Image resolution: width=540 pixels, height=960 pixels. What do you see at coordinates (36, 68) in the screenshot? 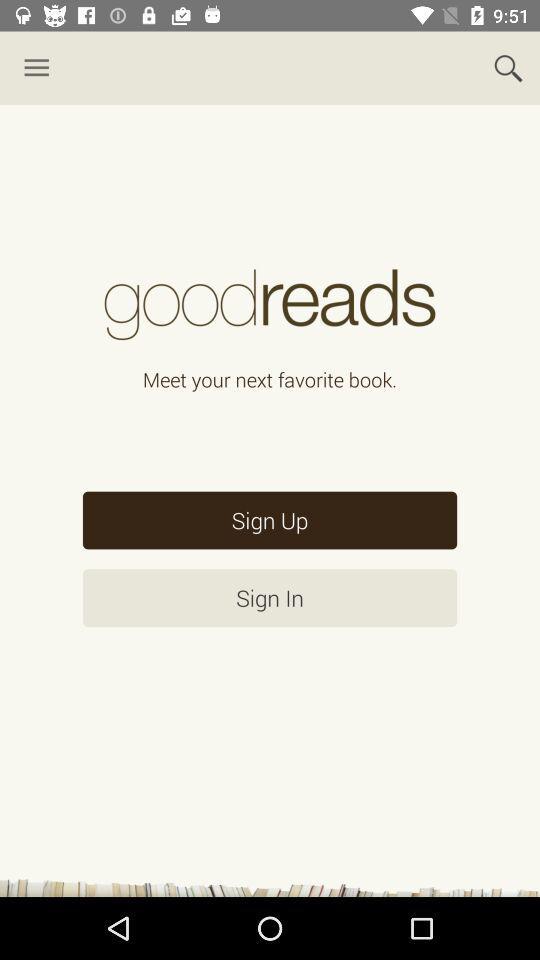
I see `the icon at the top left corner` at bounding box center [36, 68].